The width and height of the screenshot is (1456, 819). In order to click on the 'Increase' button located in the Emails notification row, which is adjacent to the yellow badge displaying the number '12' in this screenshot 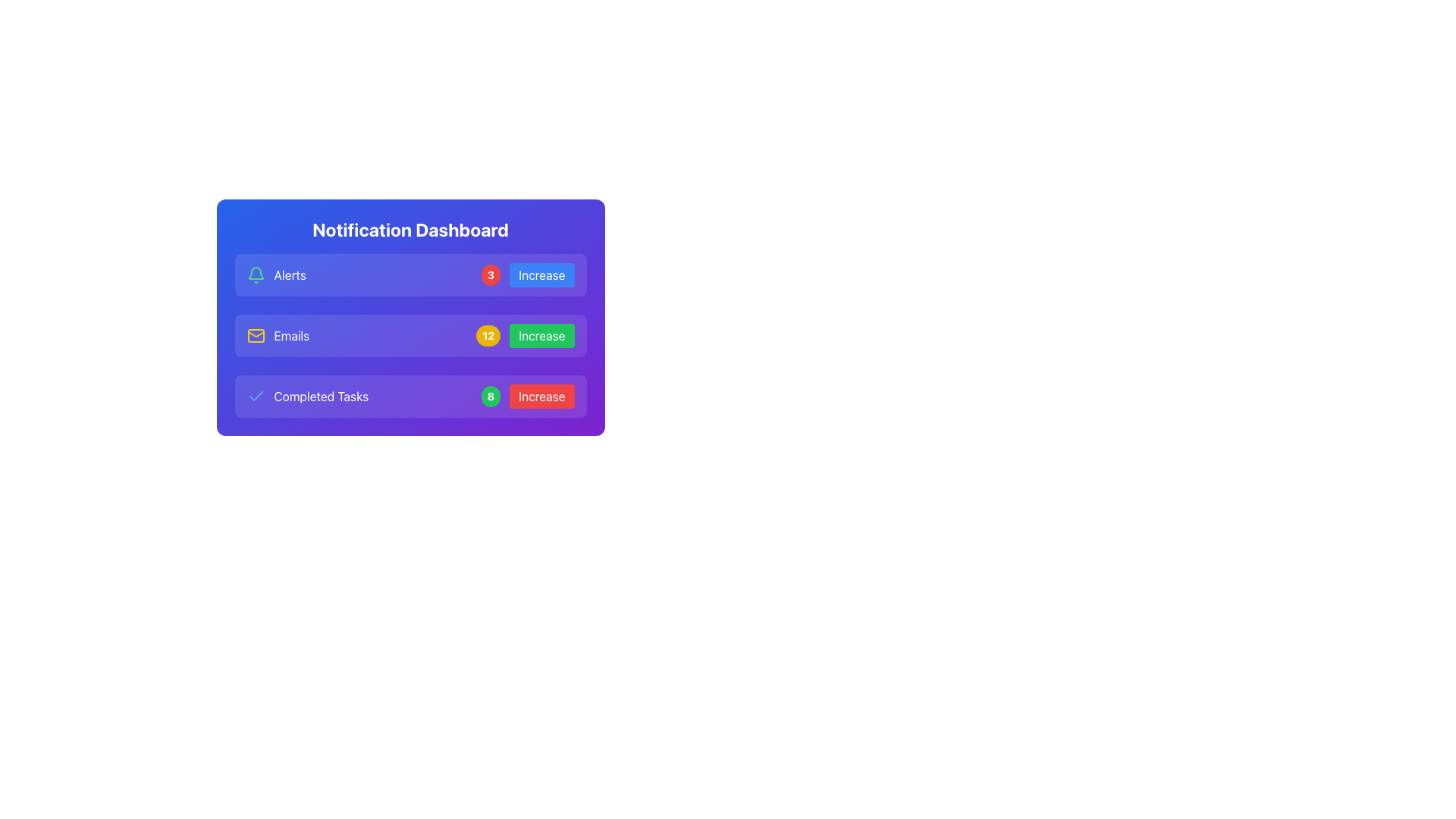, I will do `click(524, 335)`.